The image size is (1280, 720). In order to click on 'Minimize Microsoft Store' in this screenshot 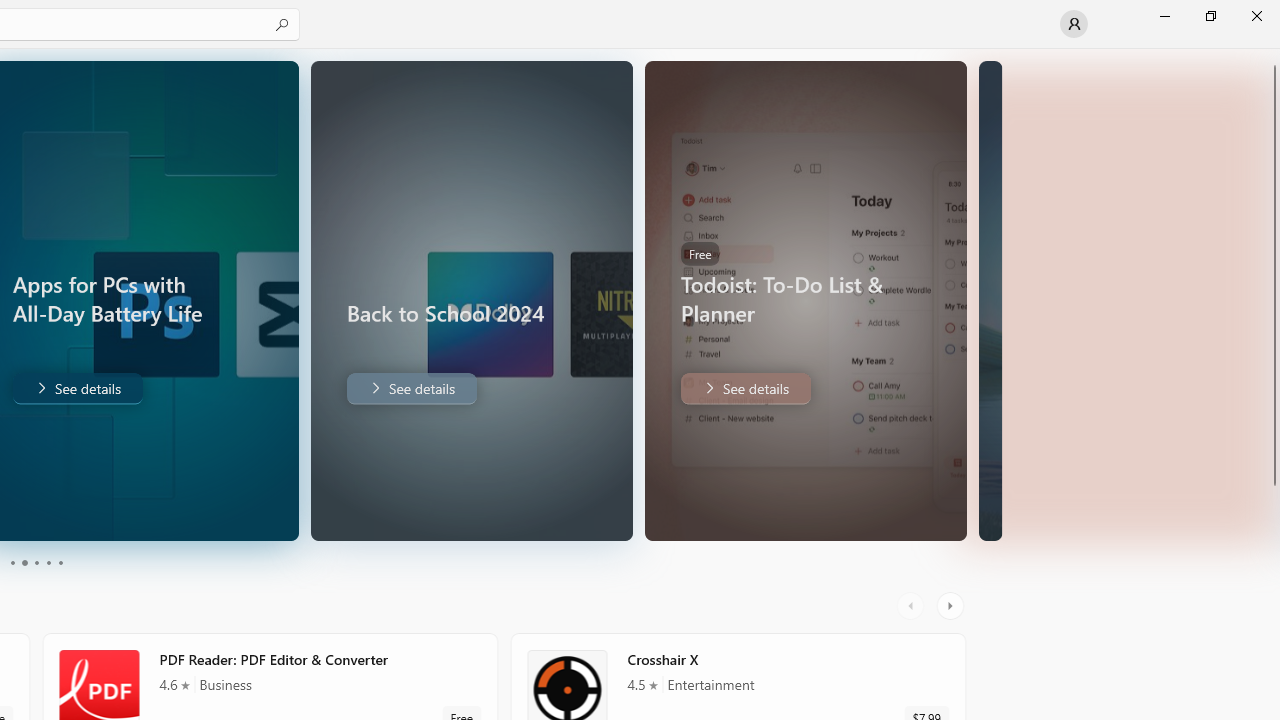, I will do `click(1164, 15)`.